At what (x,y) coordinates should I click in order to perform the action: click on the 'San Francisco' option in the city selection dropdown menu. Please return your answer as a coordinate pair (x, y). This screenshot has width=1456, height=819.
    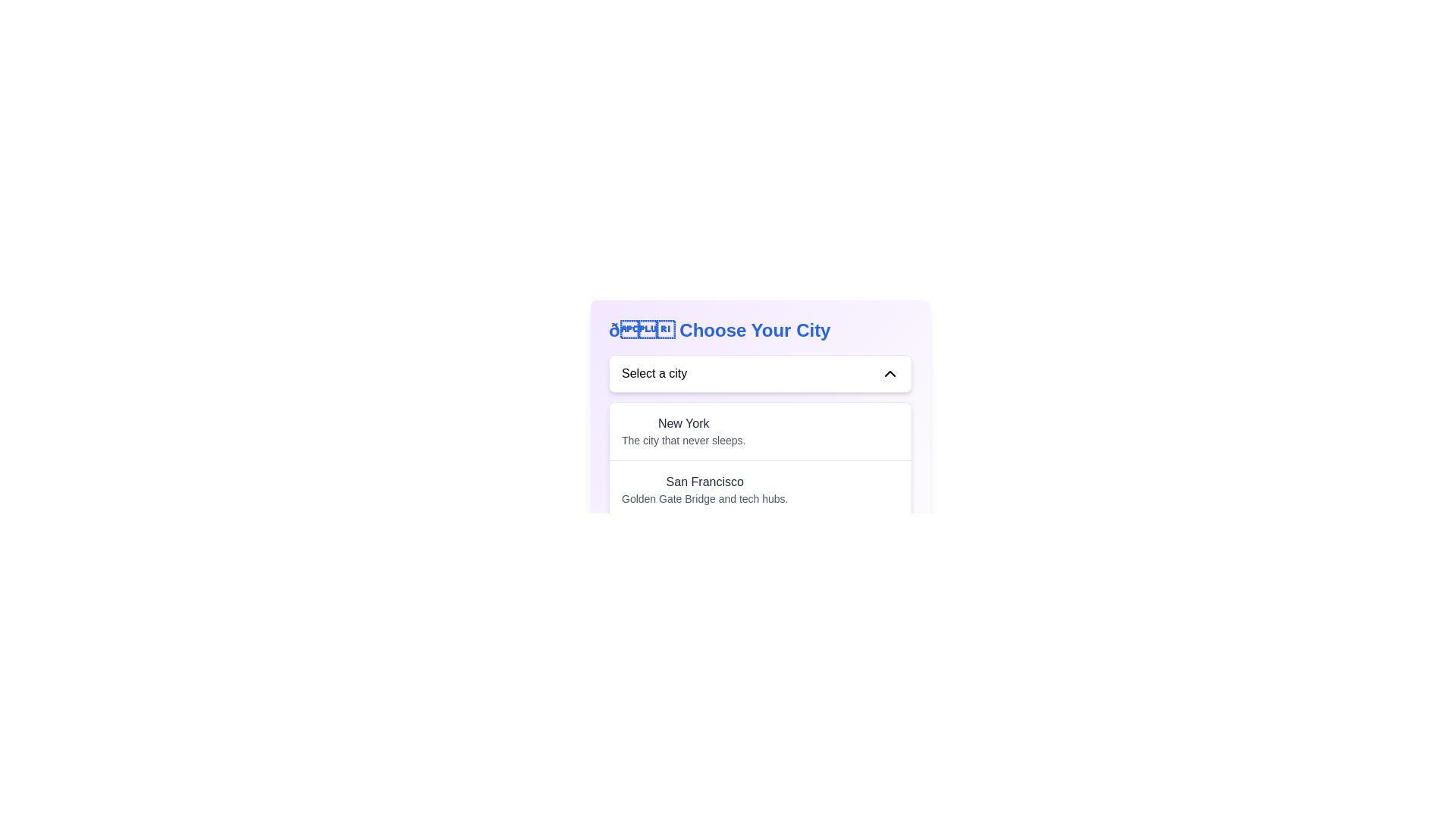
    Looking at the image, I should click on (704, 489).